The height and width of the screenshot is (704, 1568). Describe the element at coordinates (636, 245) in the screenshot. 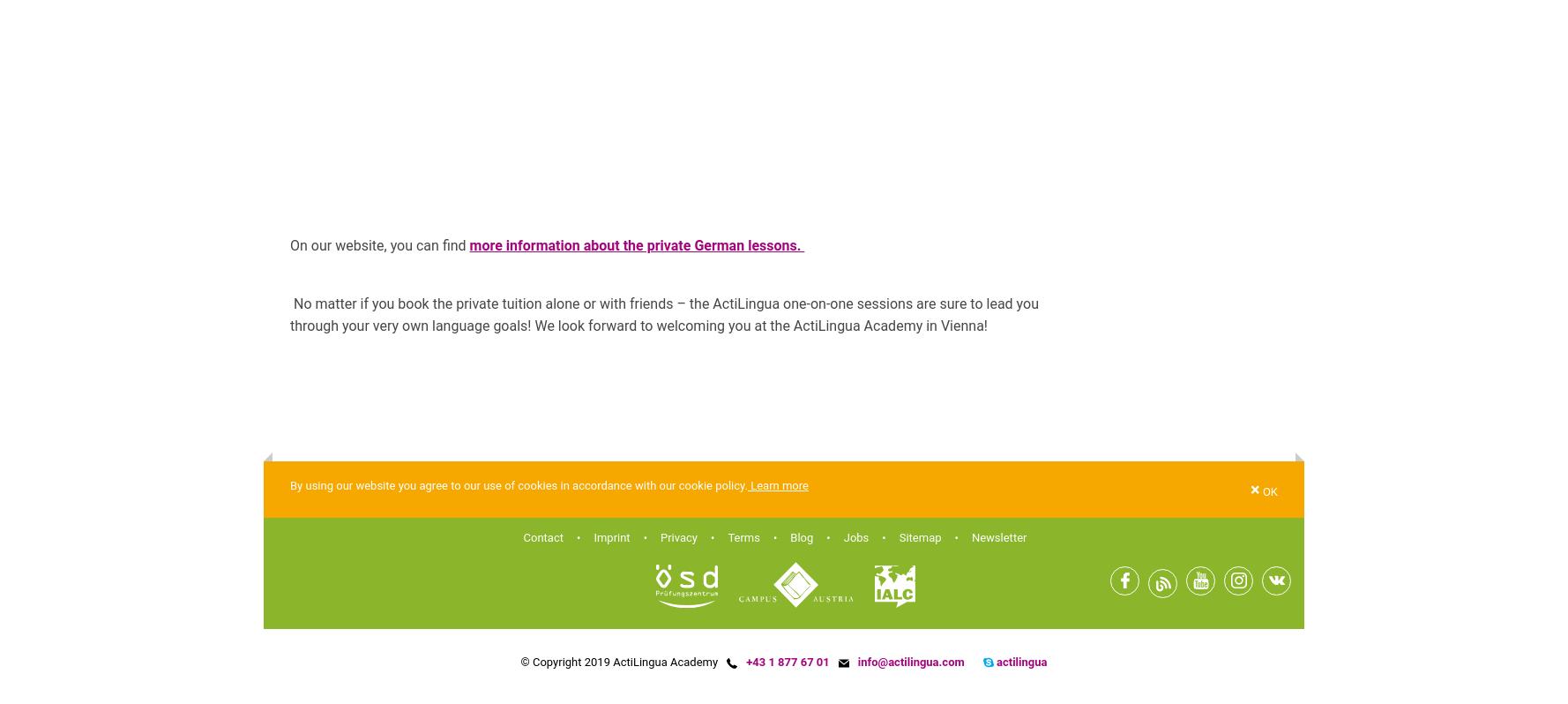

I see `'more information about the private German lessons.'` at that location.